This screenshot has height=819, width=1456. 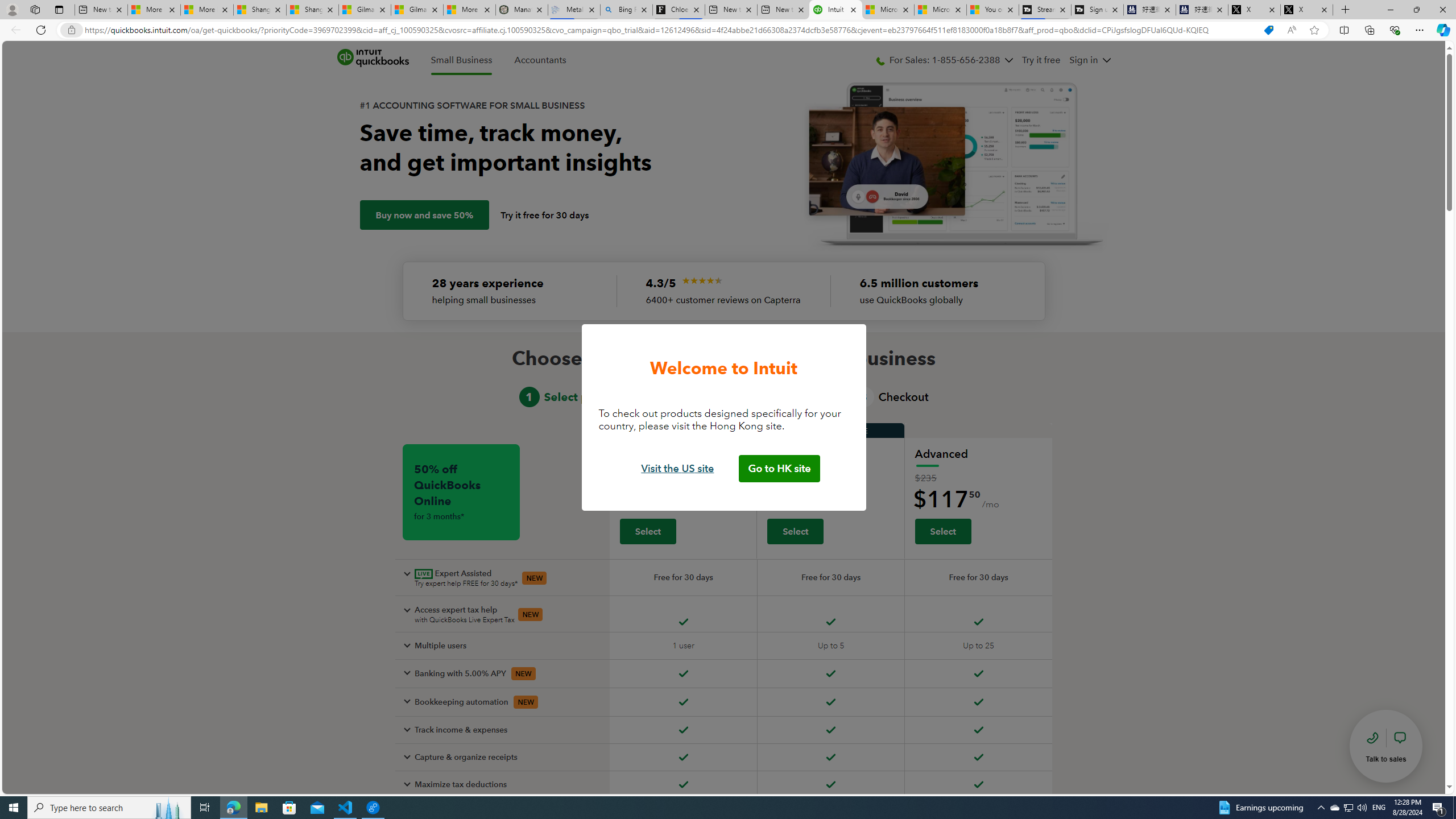 I want to click on 'Small Business', so click(x=461, y=60).